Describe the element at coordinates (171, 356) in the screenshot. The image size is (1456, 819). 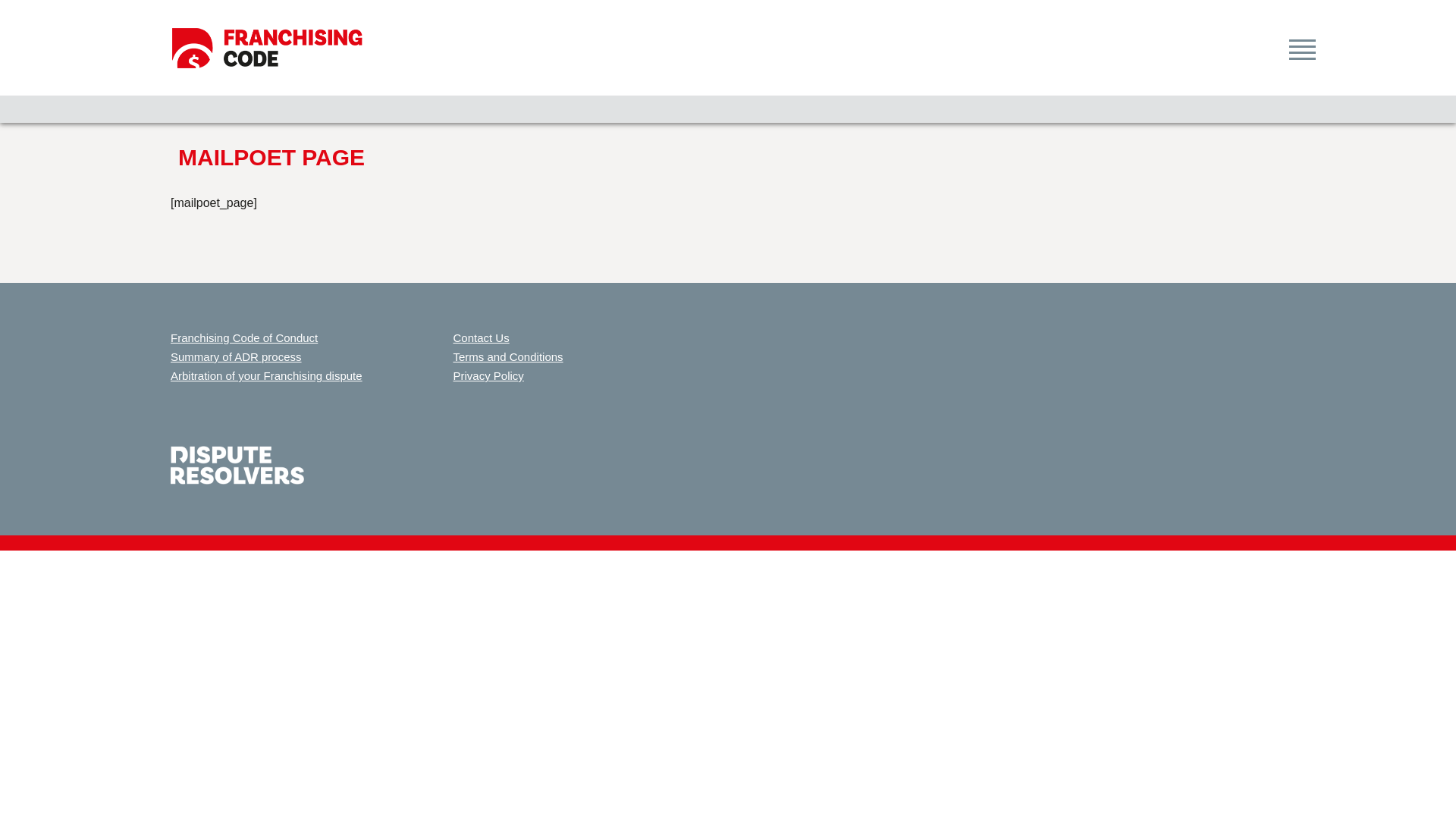
I see `'Summary of ADR process'` at that location.